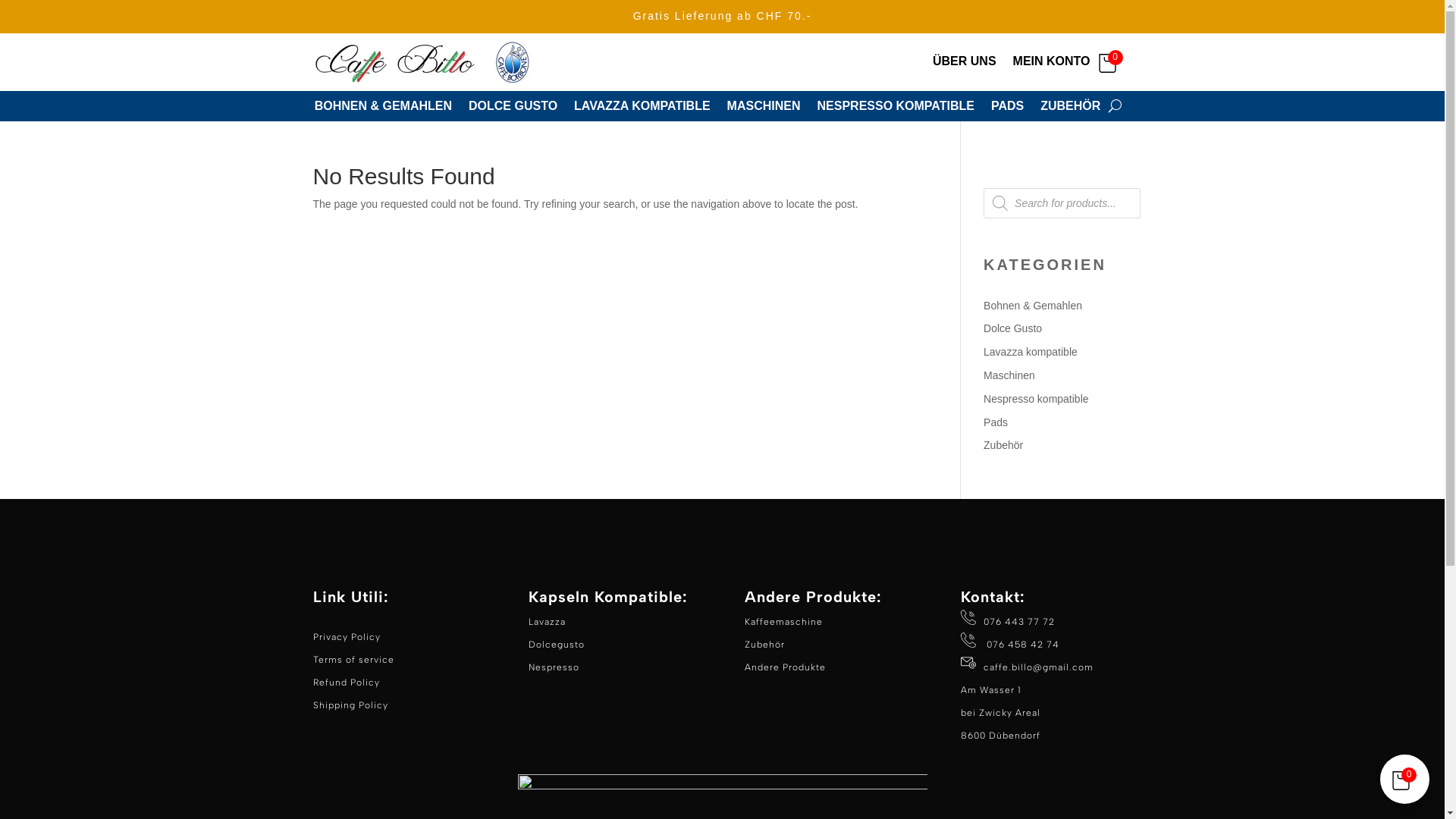 This screenshot has height=819, width=1456. I want to click on 'ahdd6-afs0n', so click(425, 61).